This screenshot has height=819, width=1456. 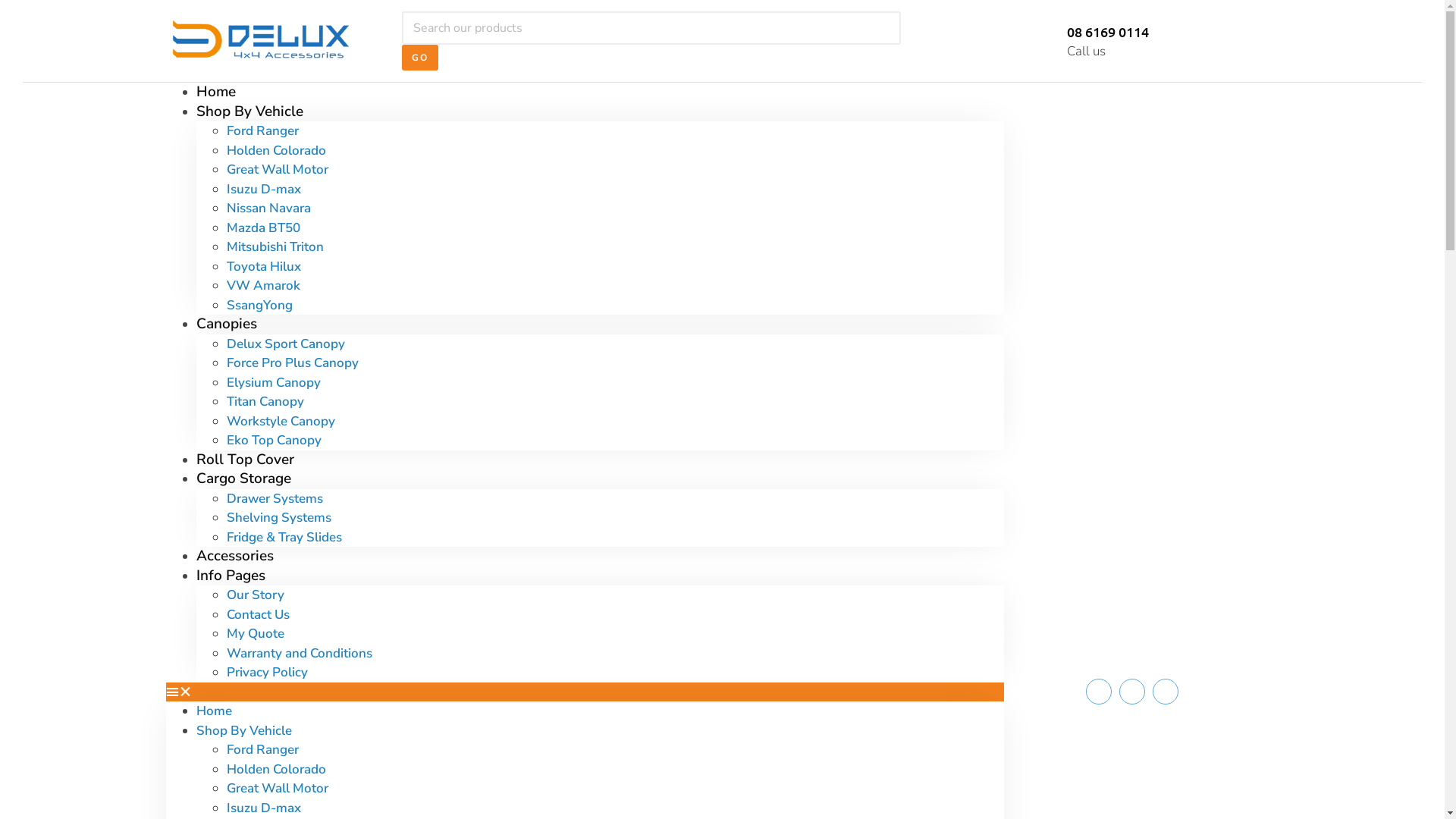 What do you see at coordinates (224, 285) in the screenshot?
I see `'VW Amarok'` at bounding box center [224, 285].